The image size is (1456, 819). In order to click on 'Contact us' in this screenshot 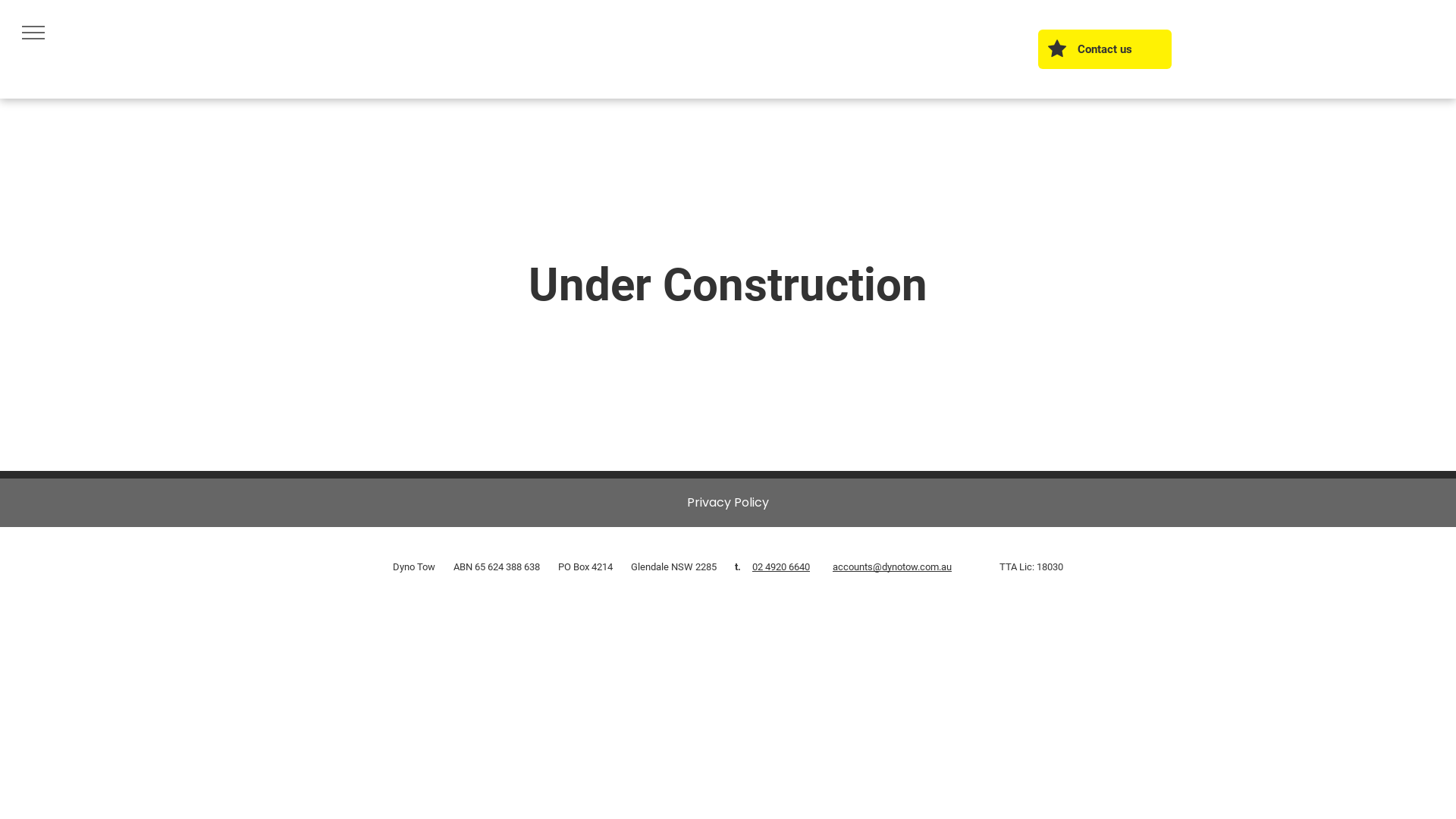, I will do `click(1037, 49)`.